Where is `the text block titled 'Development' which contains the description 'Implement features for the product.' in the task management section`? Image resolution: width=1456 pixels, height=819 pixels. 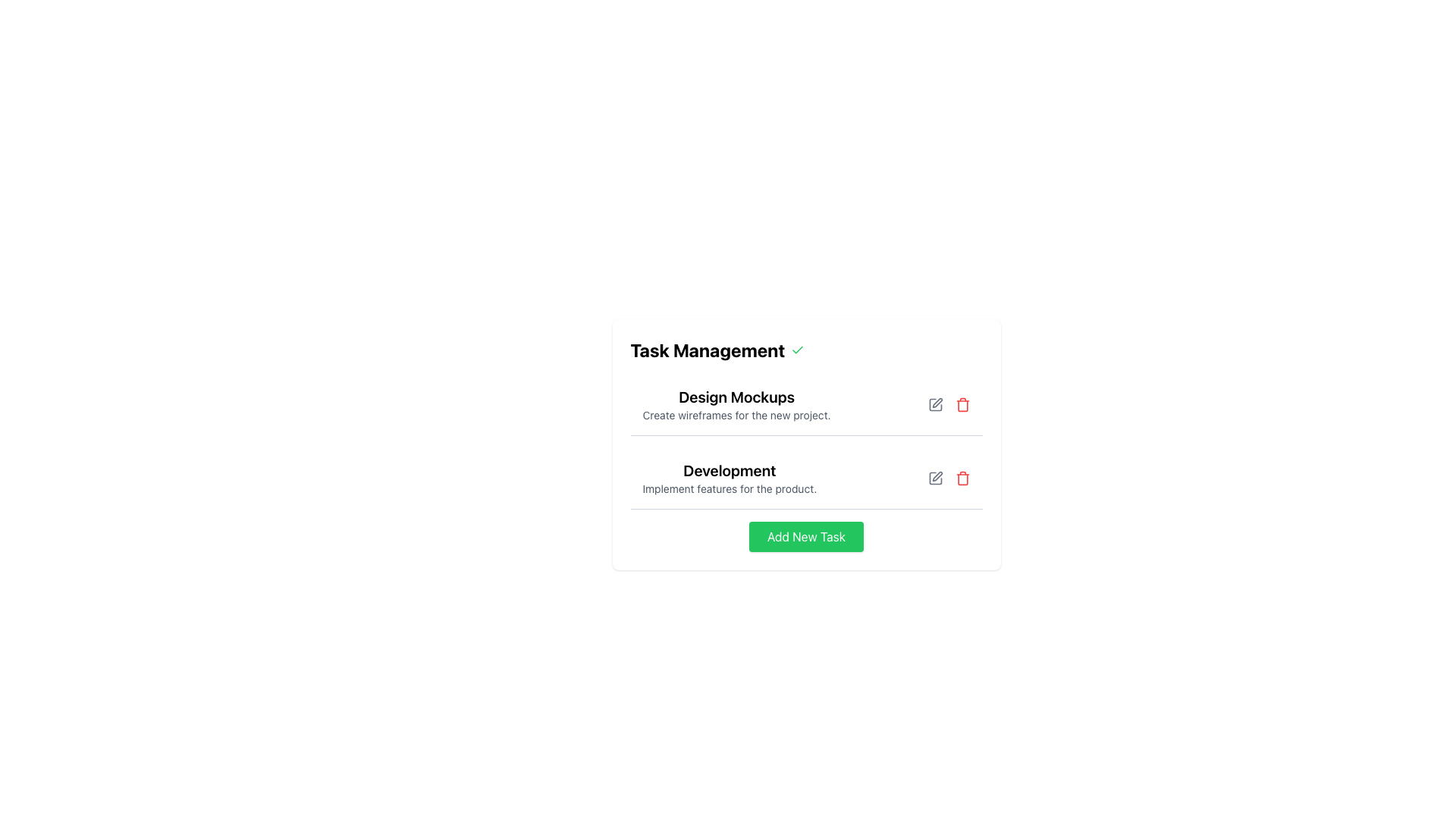 the text block titled 'Development' which contains the description 'Implement features for the product.' in the task management section is located at coordinates (730, 479).